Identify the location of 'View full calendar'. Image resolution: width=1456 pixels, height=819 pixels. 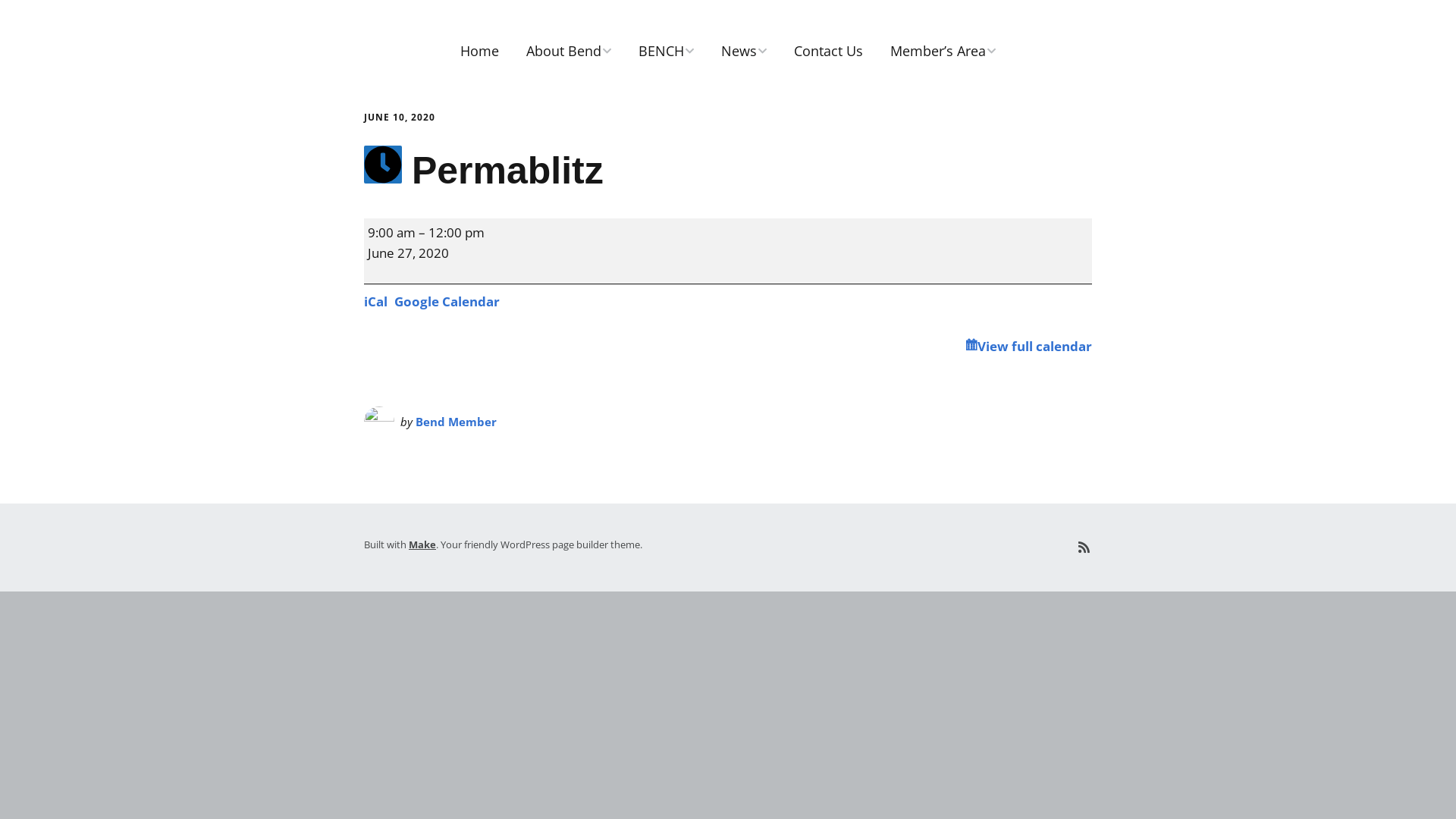
(1028, 346).